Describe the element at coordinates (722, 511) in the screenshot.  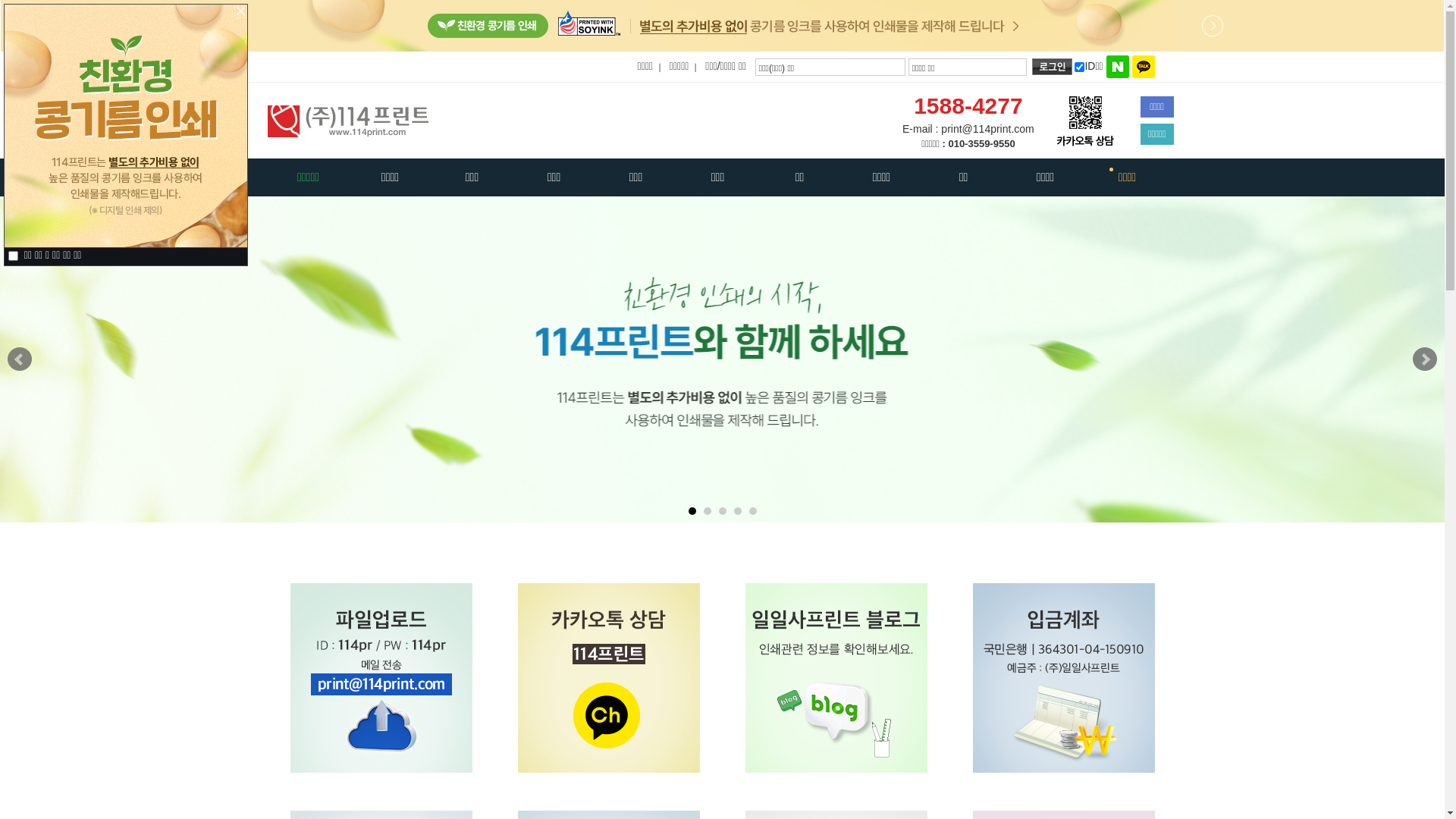
I see `'3'` at that location.